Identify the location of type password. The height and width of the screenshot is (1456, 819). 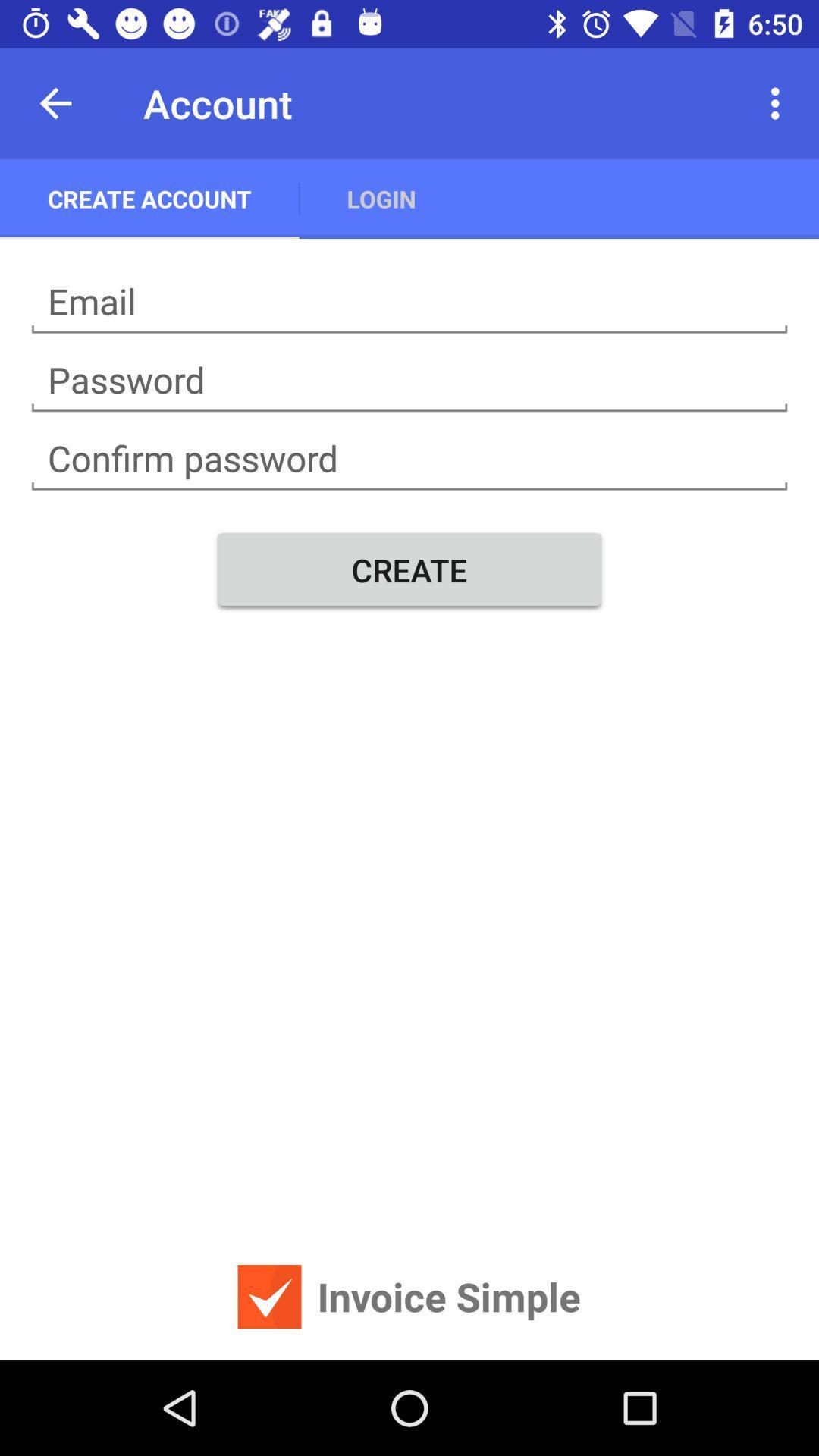
(409, 380).